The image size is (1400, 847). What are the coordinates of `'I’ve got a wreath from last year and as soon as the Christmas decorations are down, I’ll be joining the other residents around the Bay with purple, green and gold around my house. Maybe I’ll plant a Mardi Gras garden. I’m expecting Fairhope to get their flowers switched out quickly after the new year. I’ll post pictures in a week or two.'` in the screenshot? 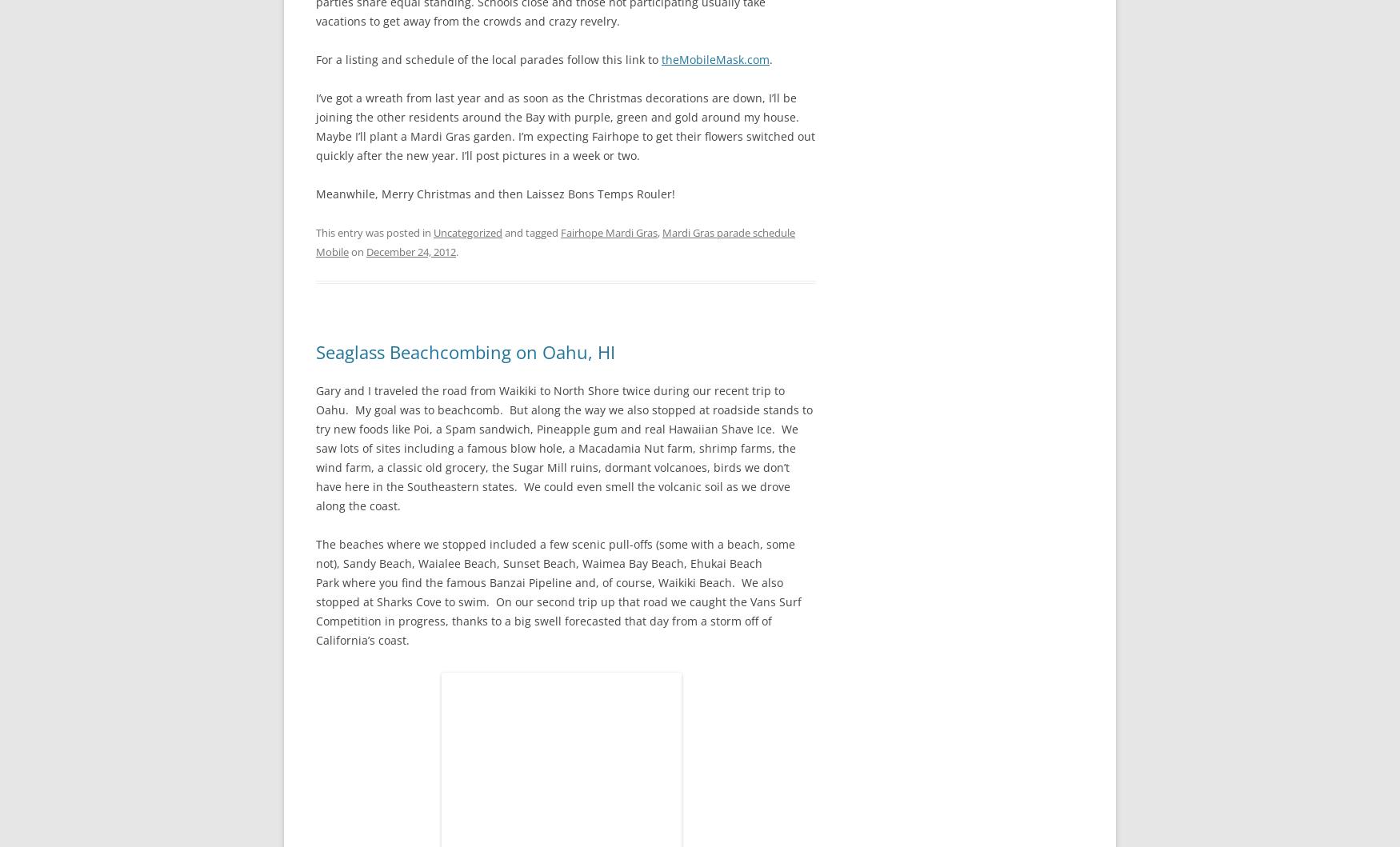 It's located at (566, 125).